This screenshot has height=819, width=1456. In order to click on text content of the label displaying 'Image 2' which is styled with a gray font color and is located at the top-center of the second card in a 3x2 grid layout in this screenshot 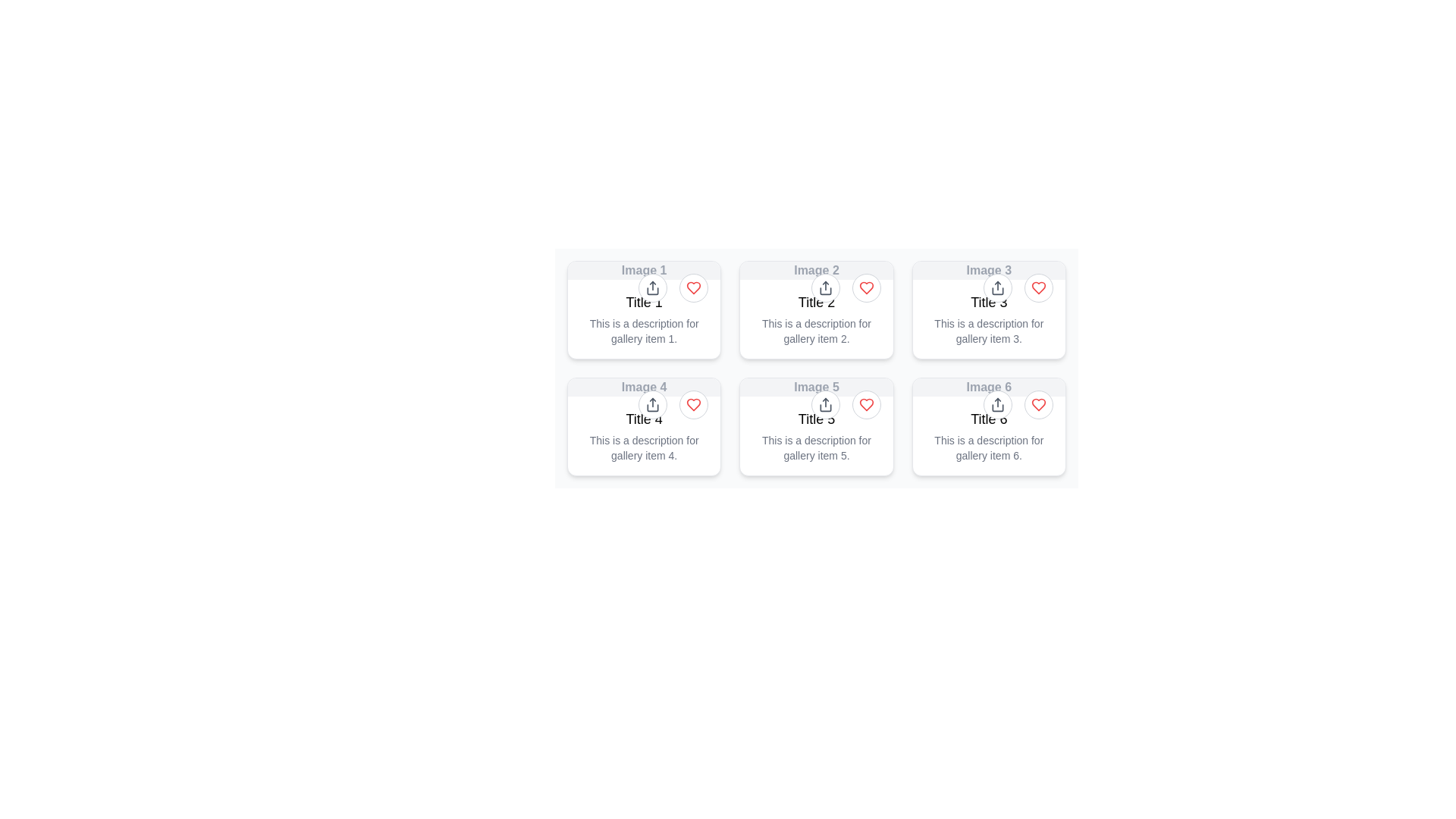, I will do `click(815, 270)`.